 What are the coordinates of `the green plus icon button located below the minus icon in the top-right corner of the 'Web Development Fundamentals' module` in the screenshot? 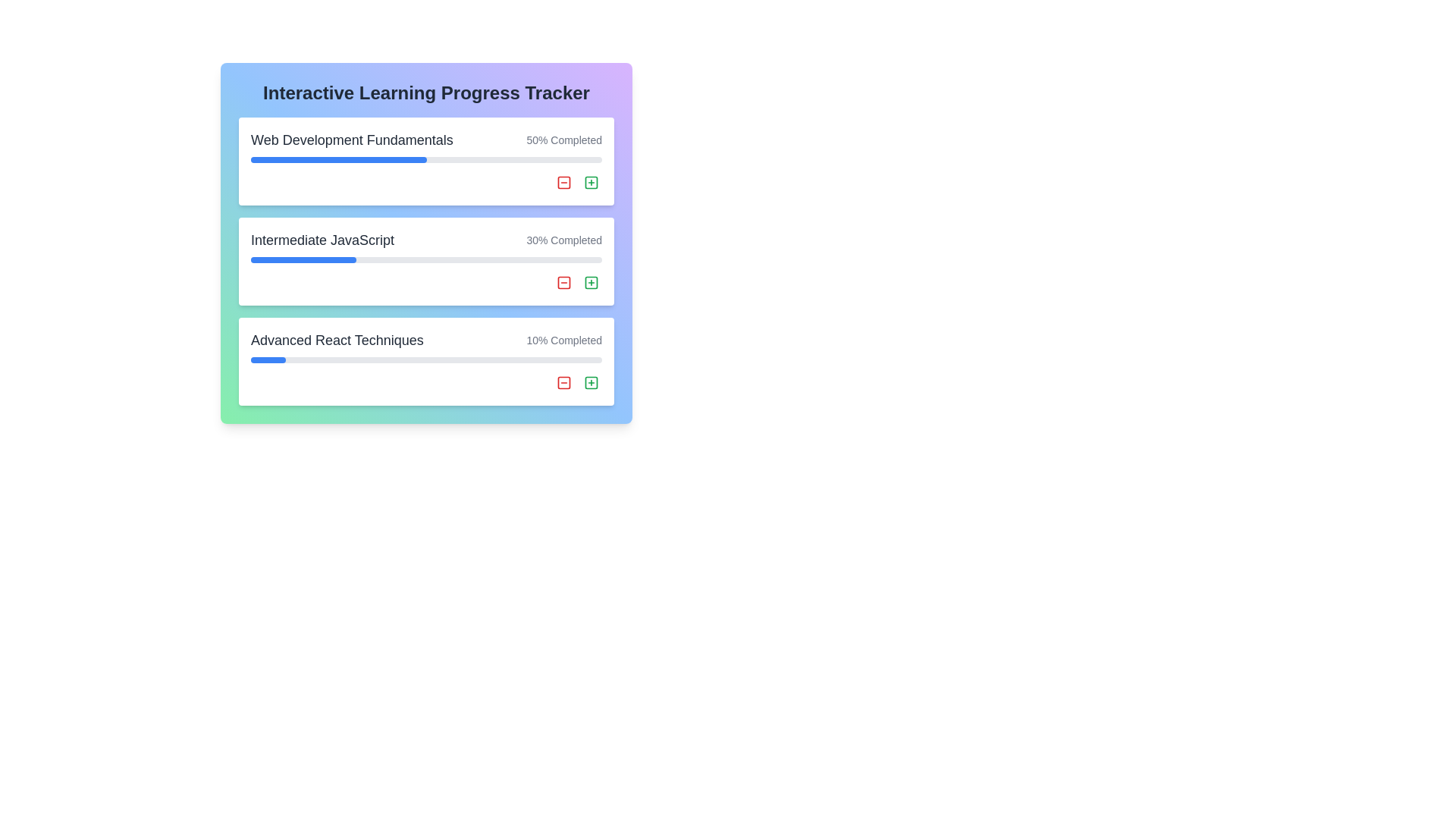 It's located at (590, 181).